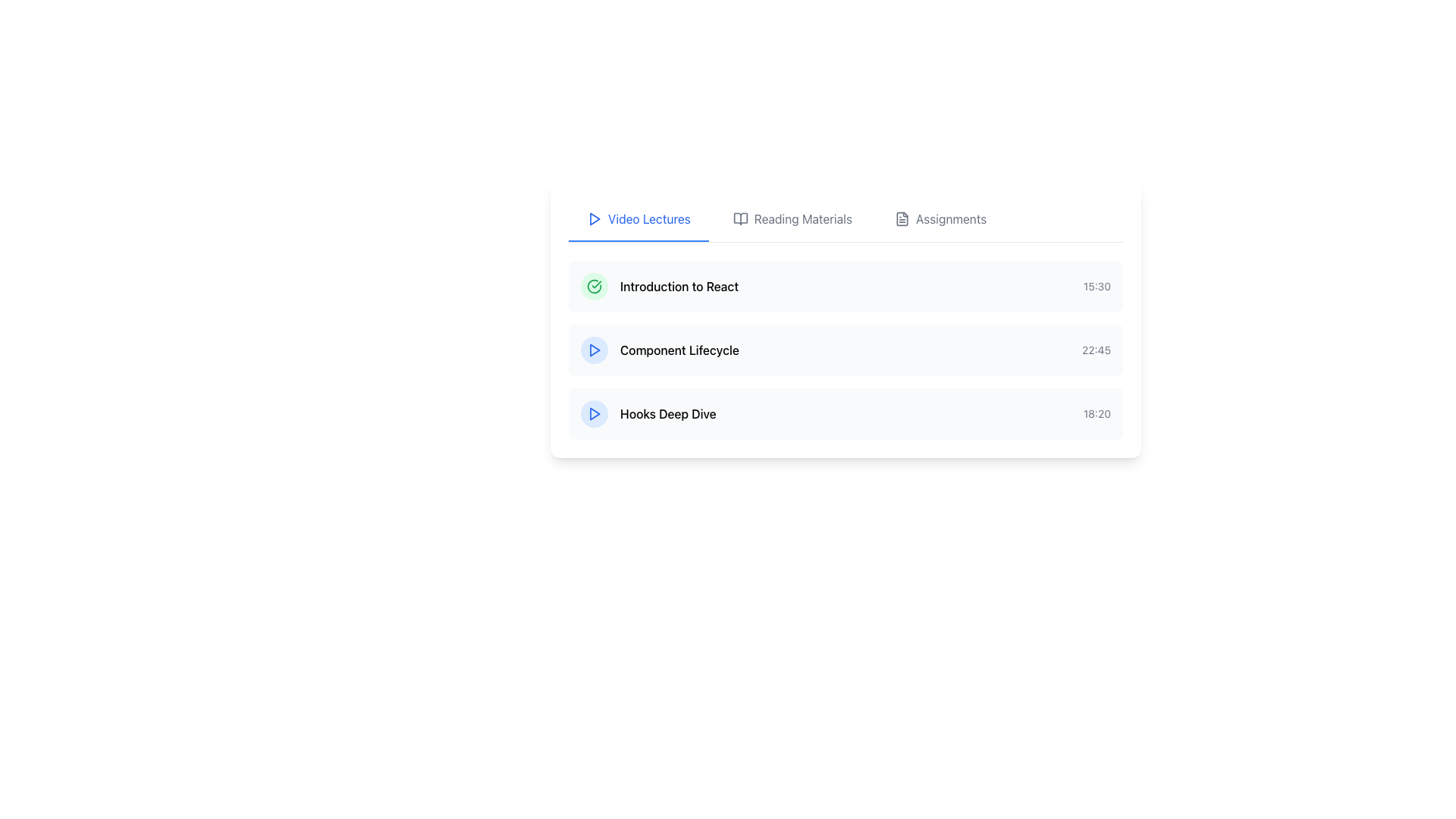  I want to click on the triangular play icon with a blue outline located in the second row before the text 'Component Lifecycle', so click(594, 350).